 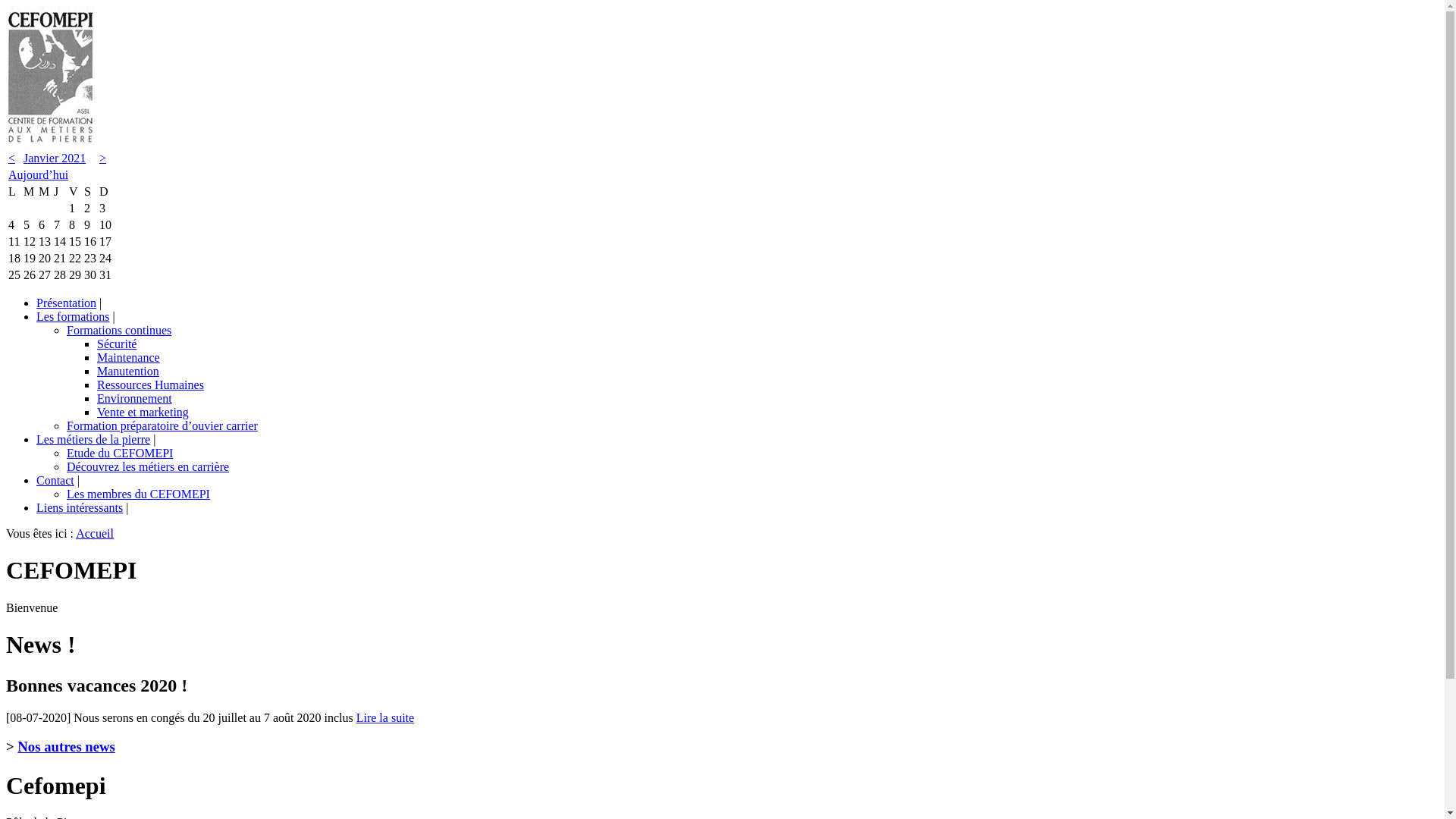 What do you see at coordinates (55, 158) in the screenshot?
I see `'Janvier 2021'` at bounding box center [55, 158].